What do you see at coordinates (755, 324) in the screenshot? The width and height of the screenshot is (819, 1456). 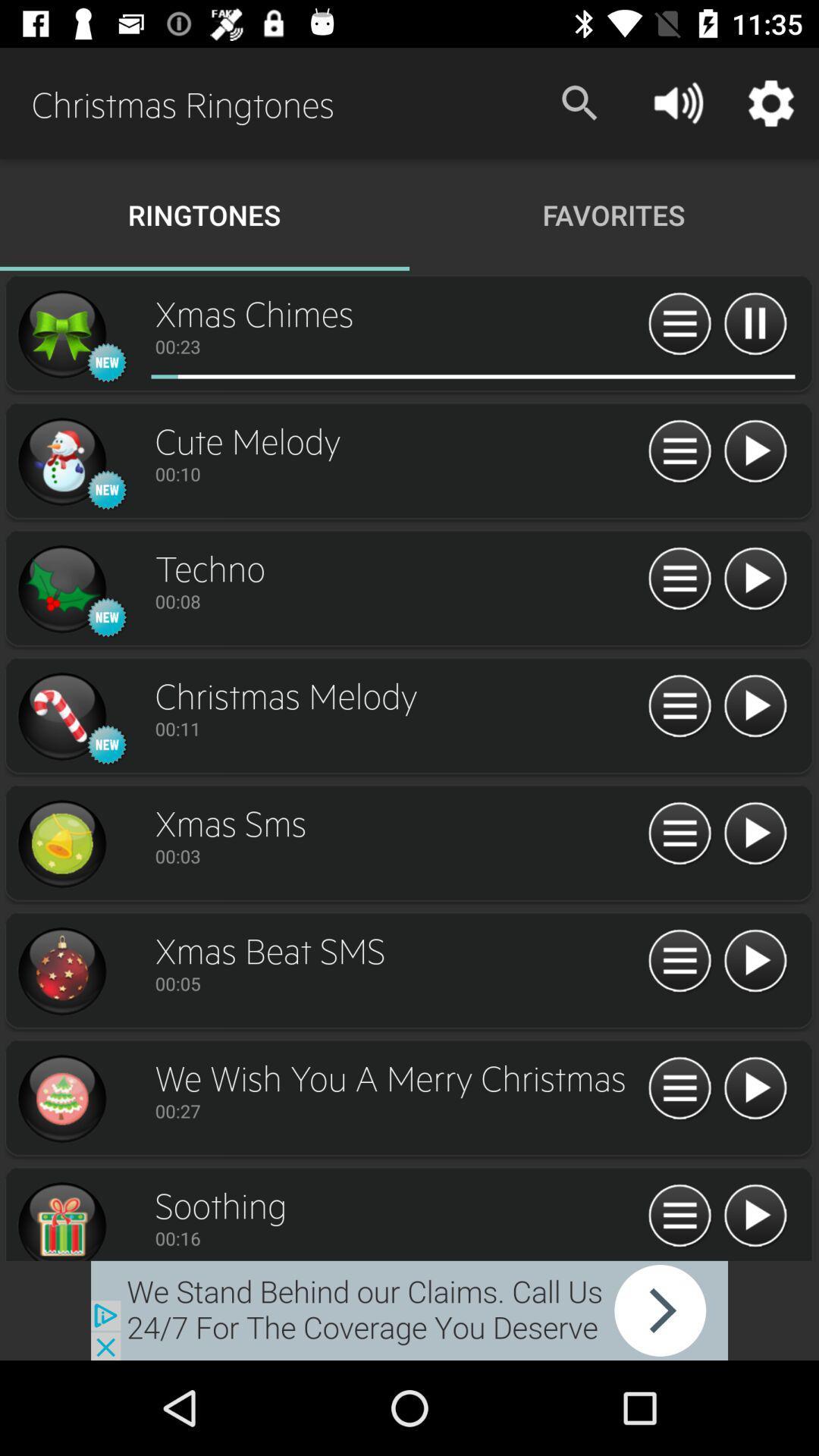 I see `pause` at bounding box center [755, 324].